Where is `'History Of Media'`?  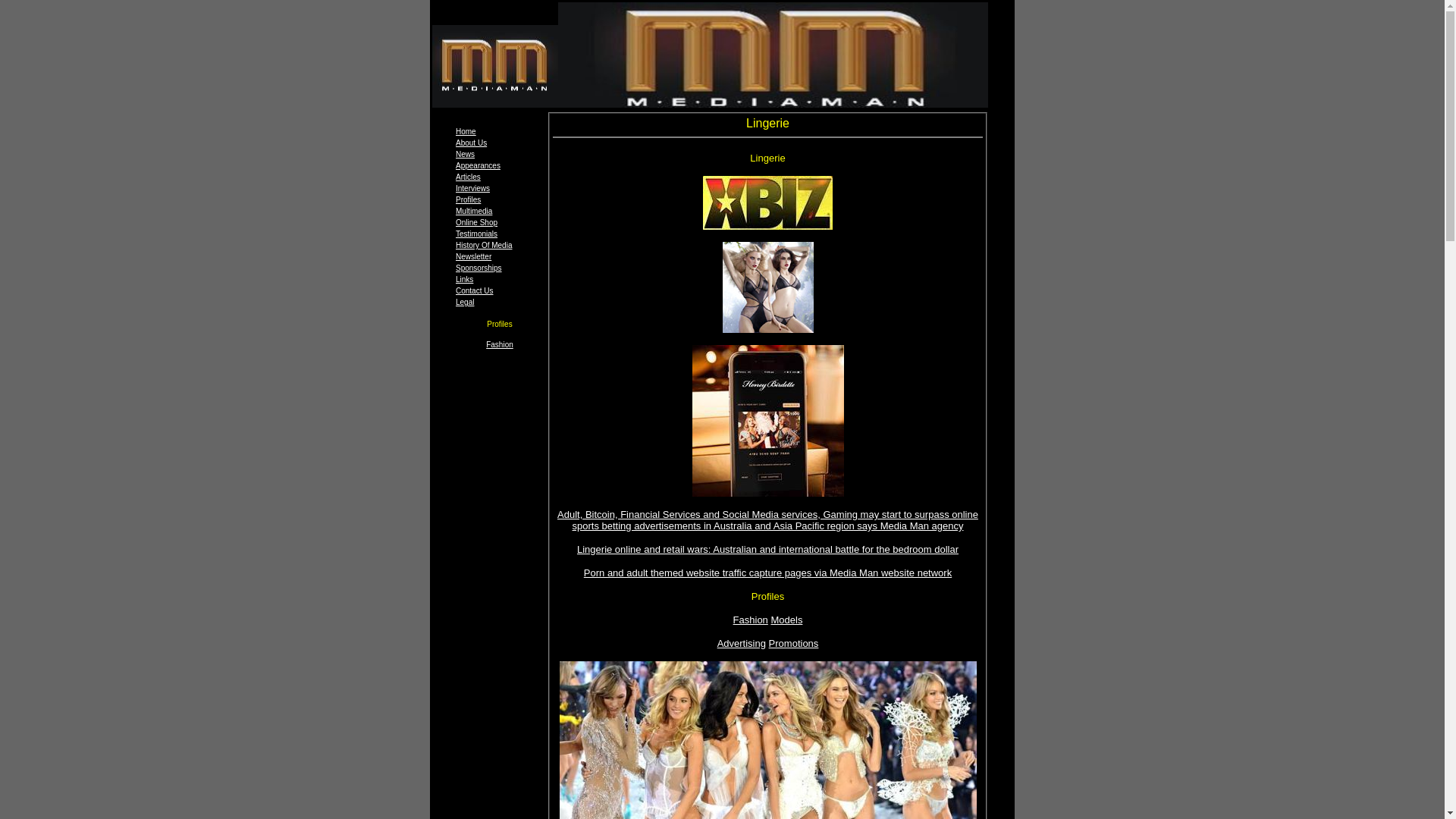
'History Of Media' is located at coordinates (483, 244).